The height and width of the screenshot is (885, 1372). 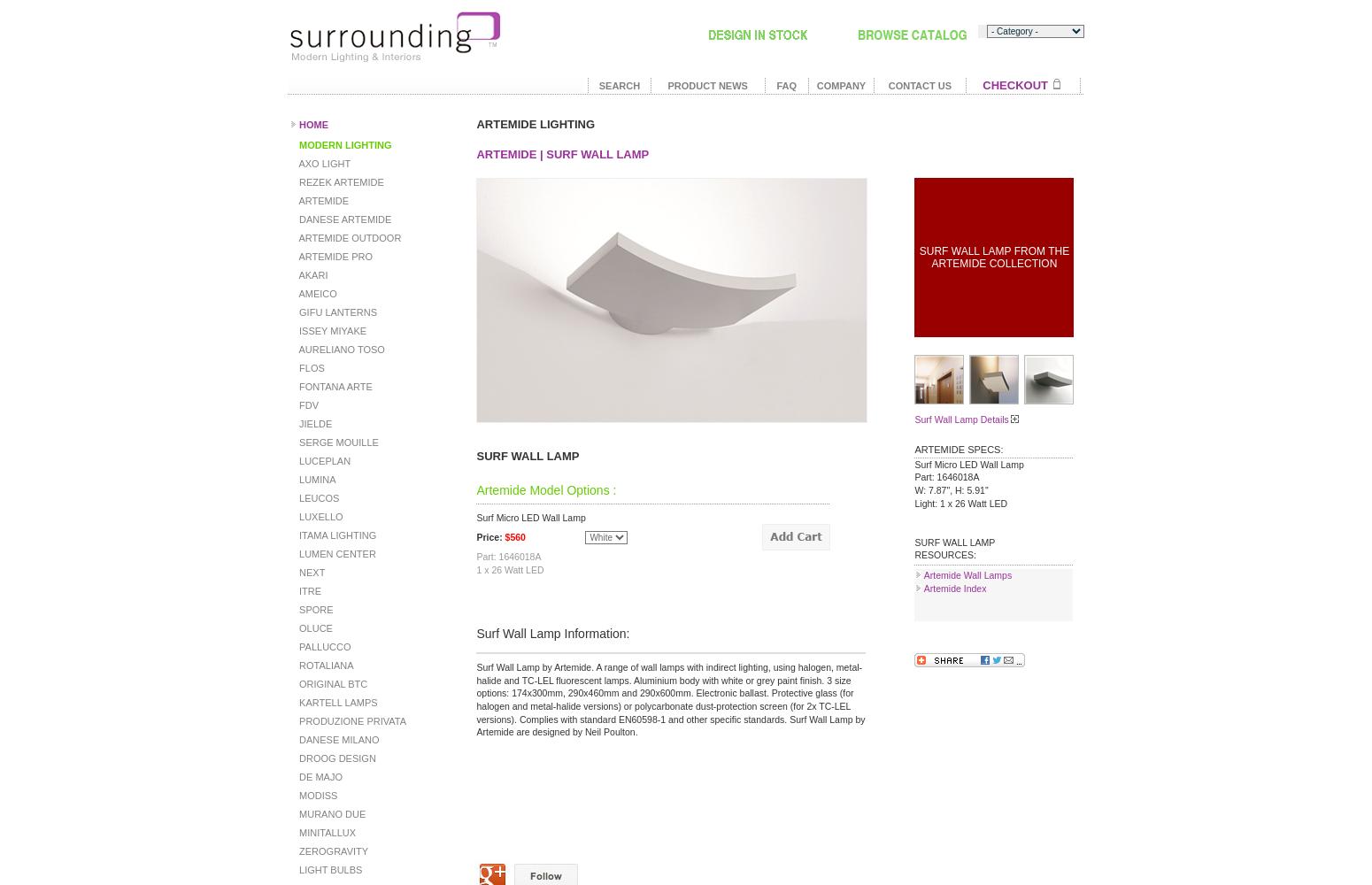 What do you see at coordinates (944, 555) in the screenshot?
I see `'RESOURCES:'` at bounding box center [944, 555].